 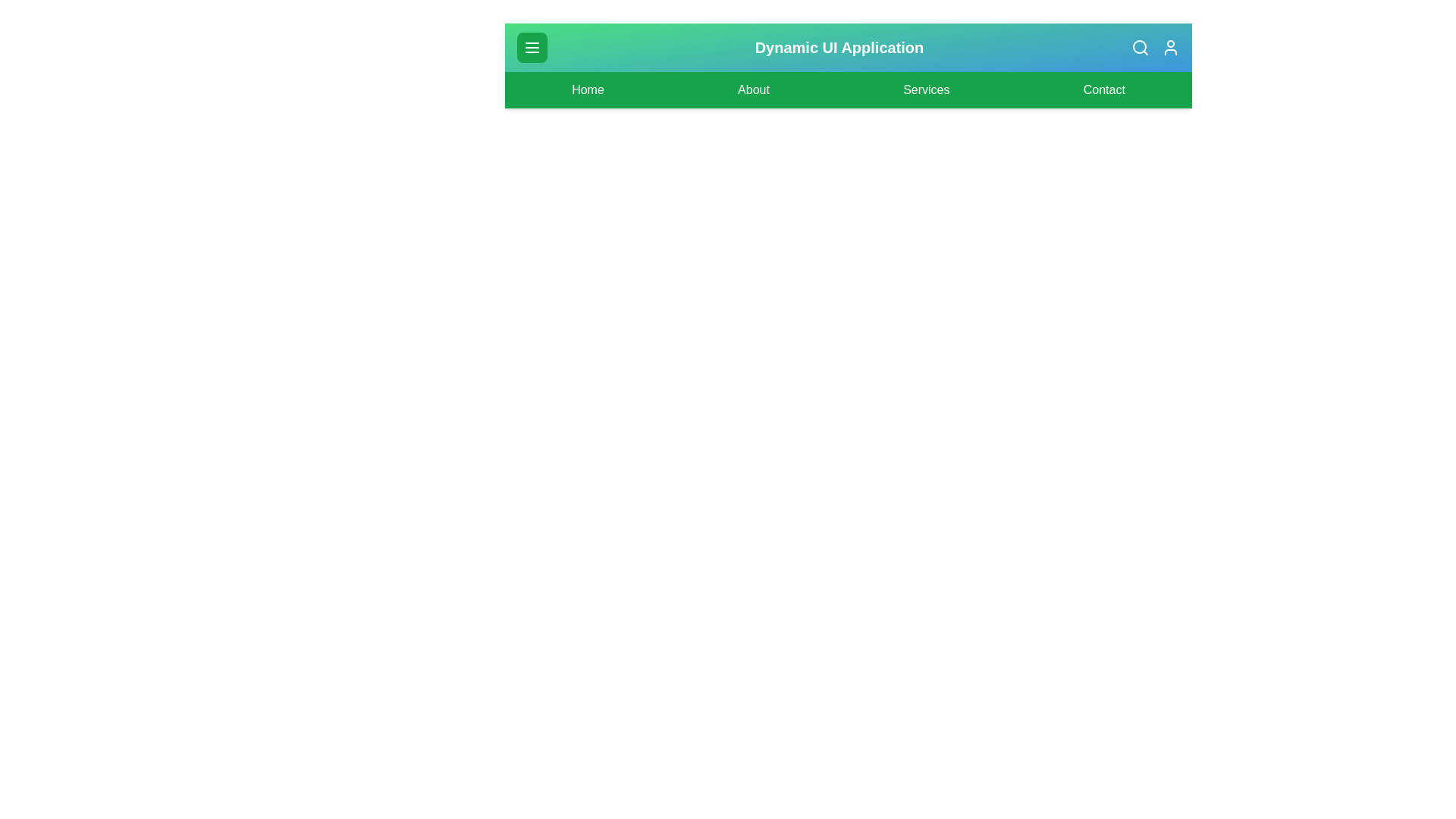 What do you see at coordinates (532, 46) in the screenshot?
I see `menu button to toggle the navigation menu` at bounding box center [532, 46].